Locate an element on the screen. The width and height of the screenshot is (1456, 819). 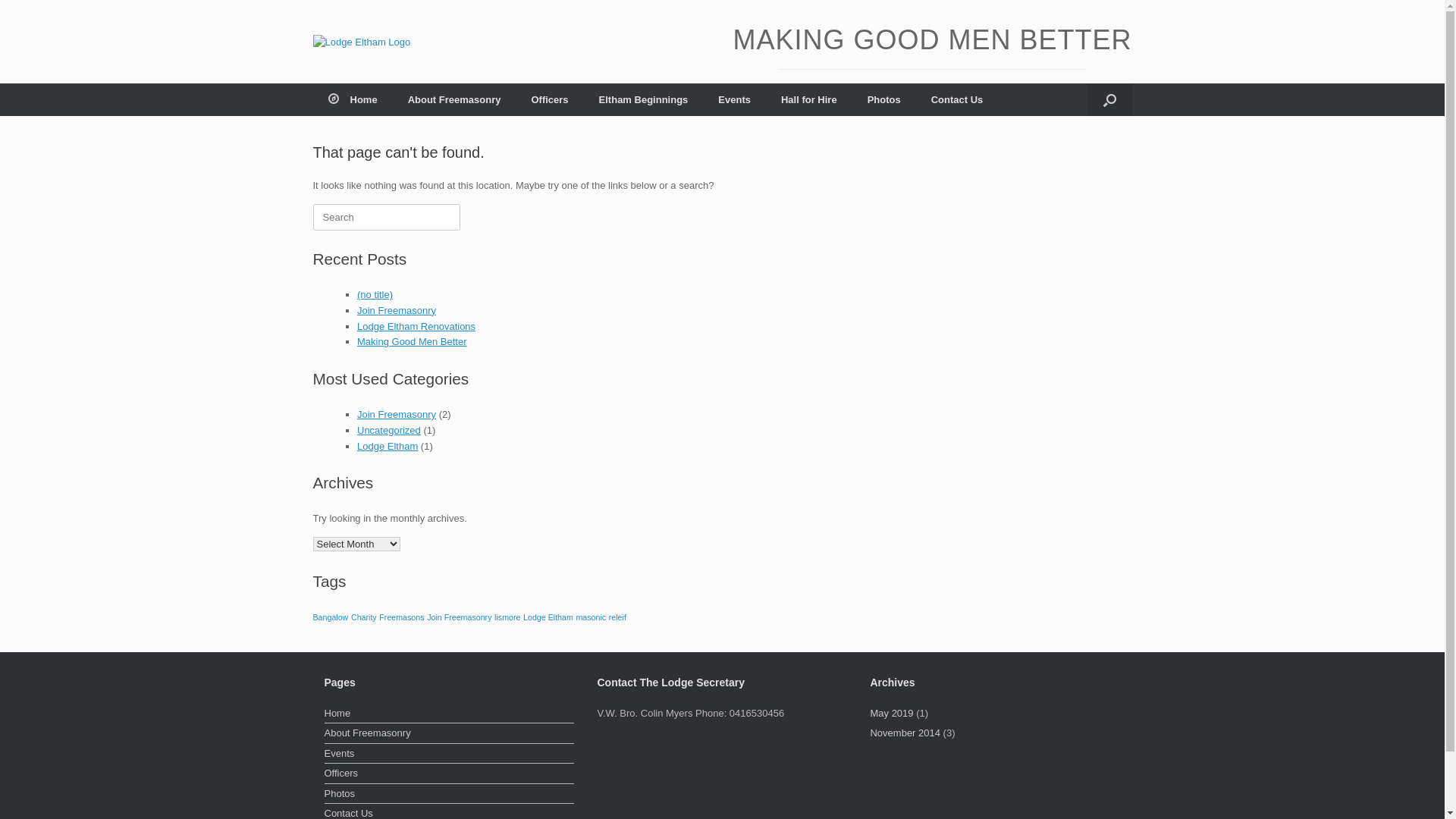
'Uncategorized' is located at coordinates (389, 430).